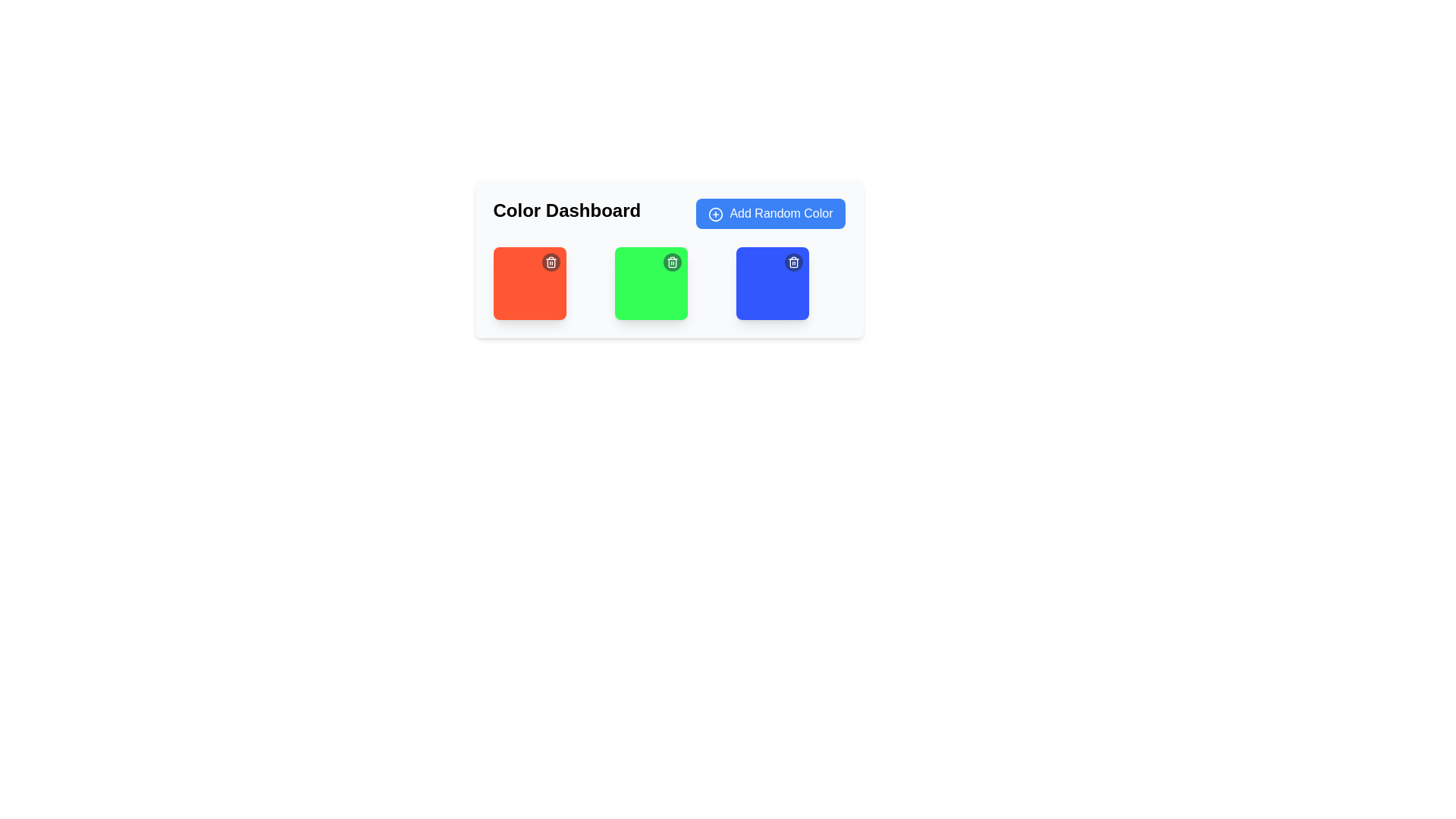 This screenshot has height=819, width=1456. What do you see at coordinates (770, 213) in the screenshot?
I see `the rectangular button with rounded corners and a blue background that contains the text 'Add Random Color'` at bounding box center [770, 213].